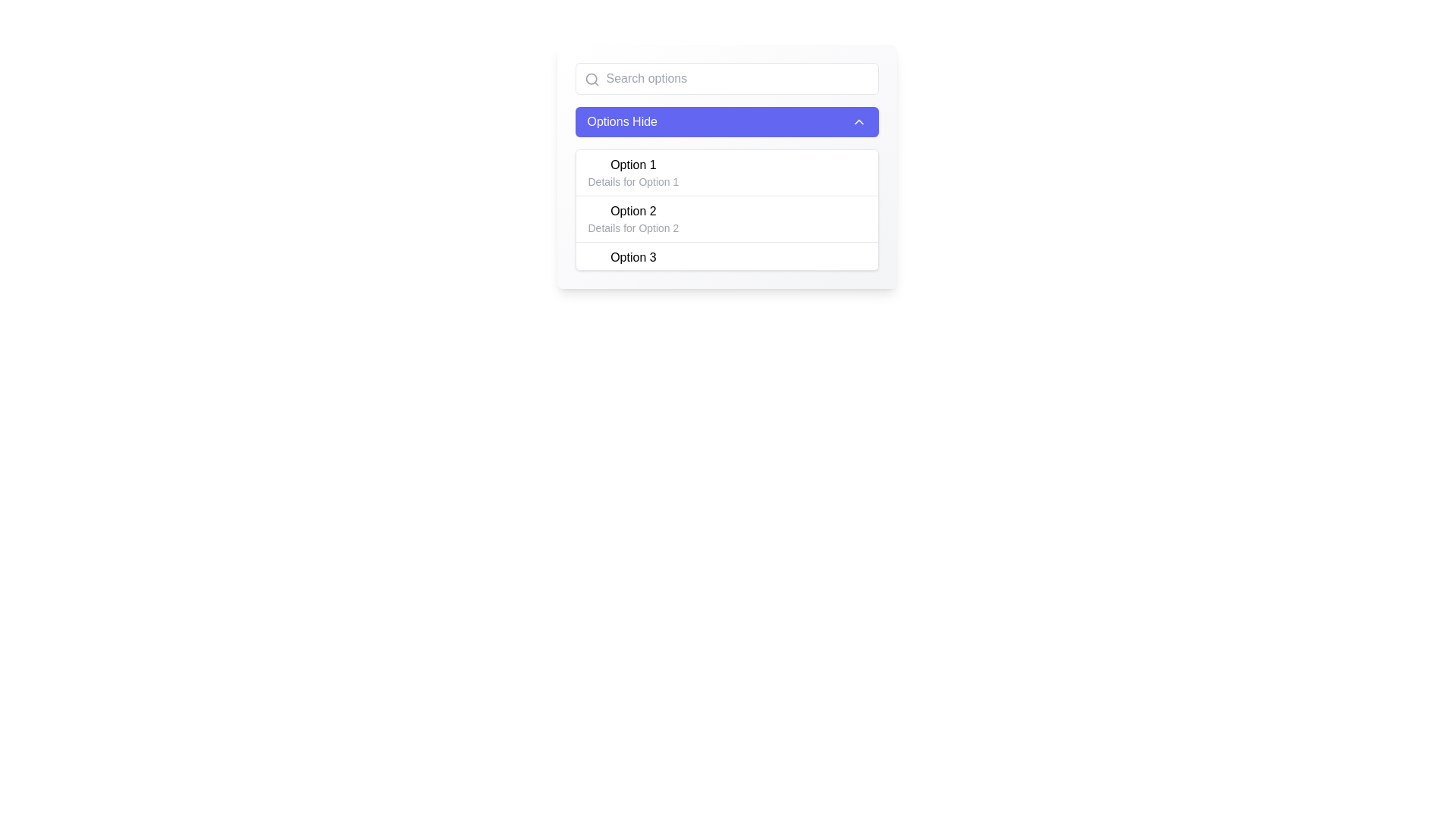 The image size is (1456, 819). What do you see at coordinates (633, 219) in the screenshot?
I see `the 'Option 2' in the clickable list item, which is located in the second slot of the dropdown-like structure` at bounding box center [633, 219].